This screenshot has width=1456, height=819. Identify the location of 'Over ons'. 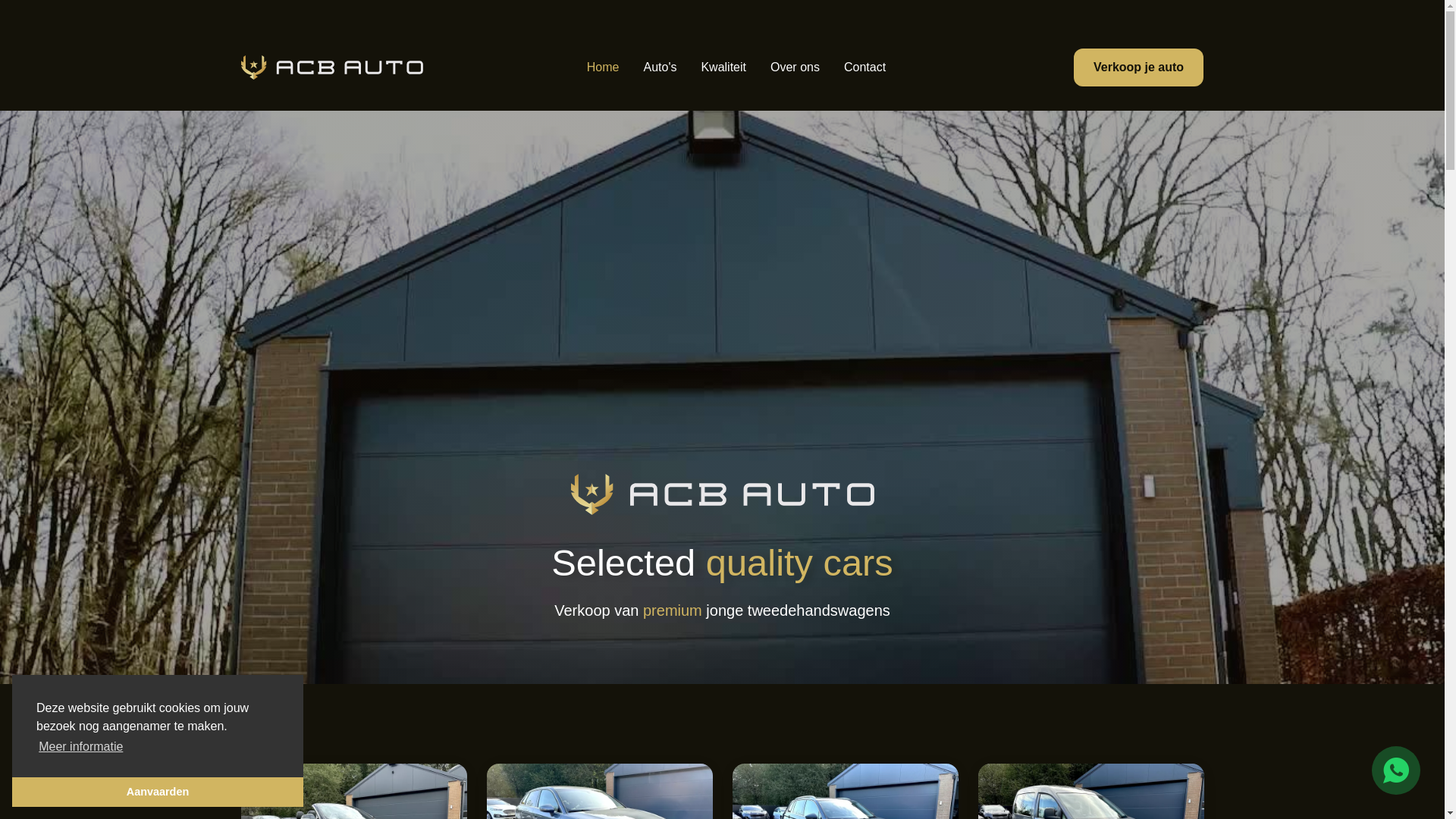
(794, 66).